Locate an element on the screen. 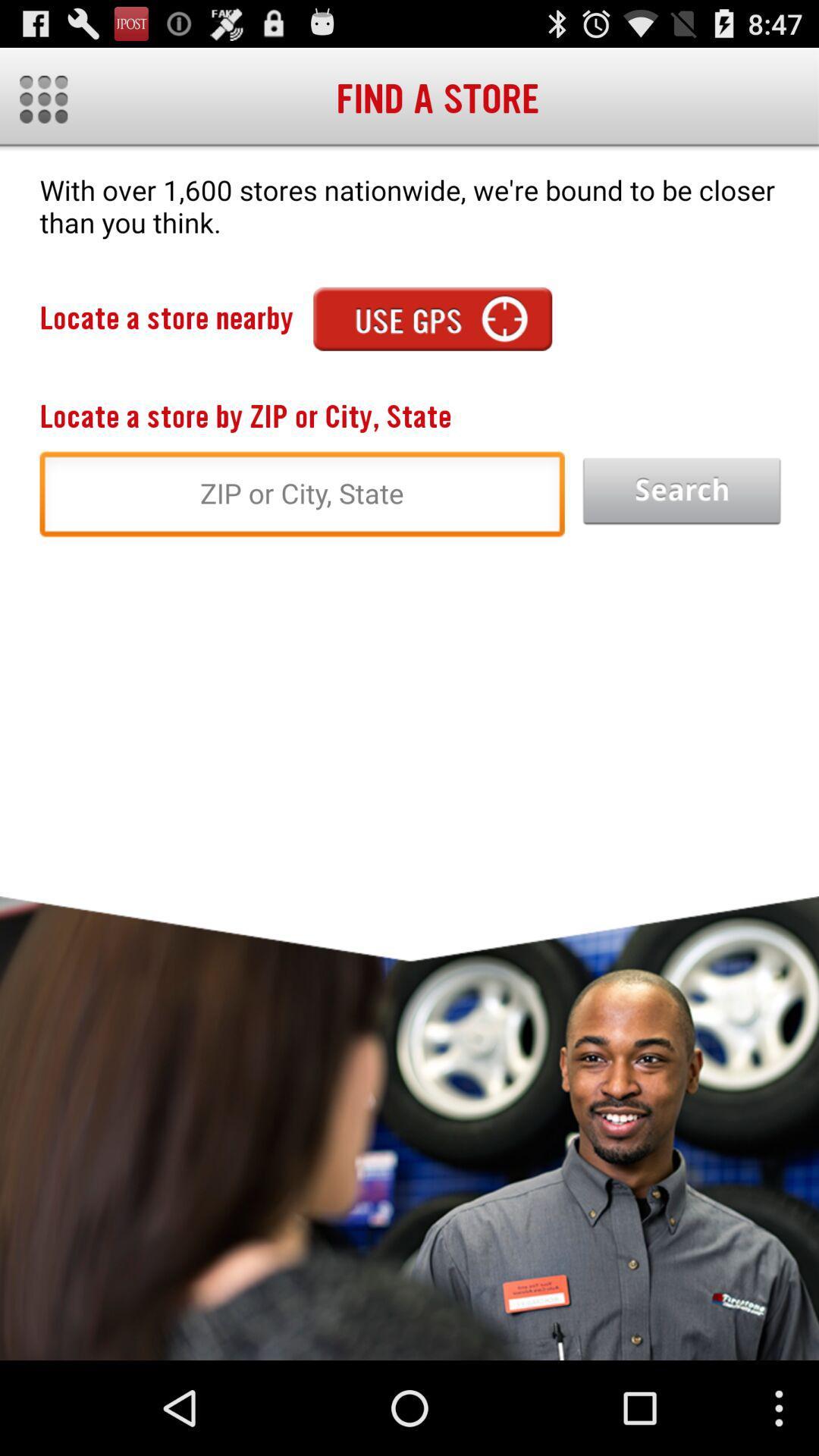  app below the with over 1 app is located at coordinates (681, 491).